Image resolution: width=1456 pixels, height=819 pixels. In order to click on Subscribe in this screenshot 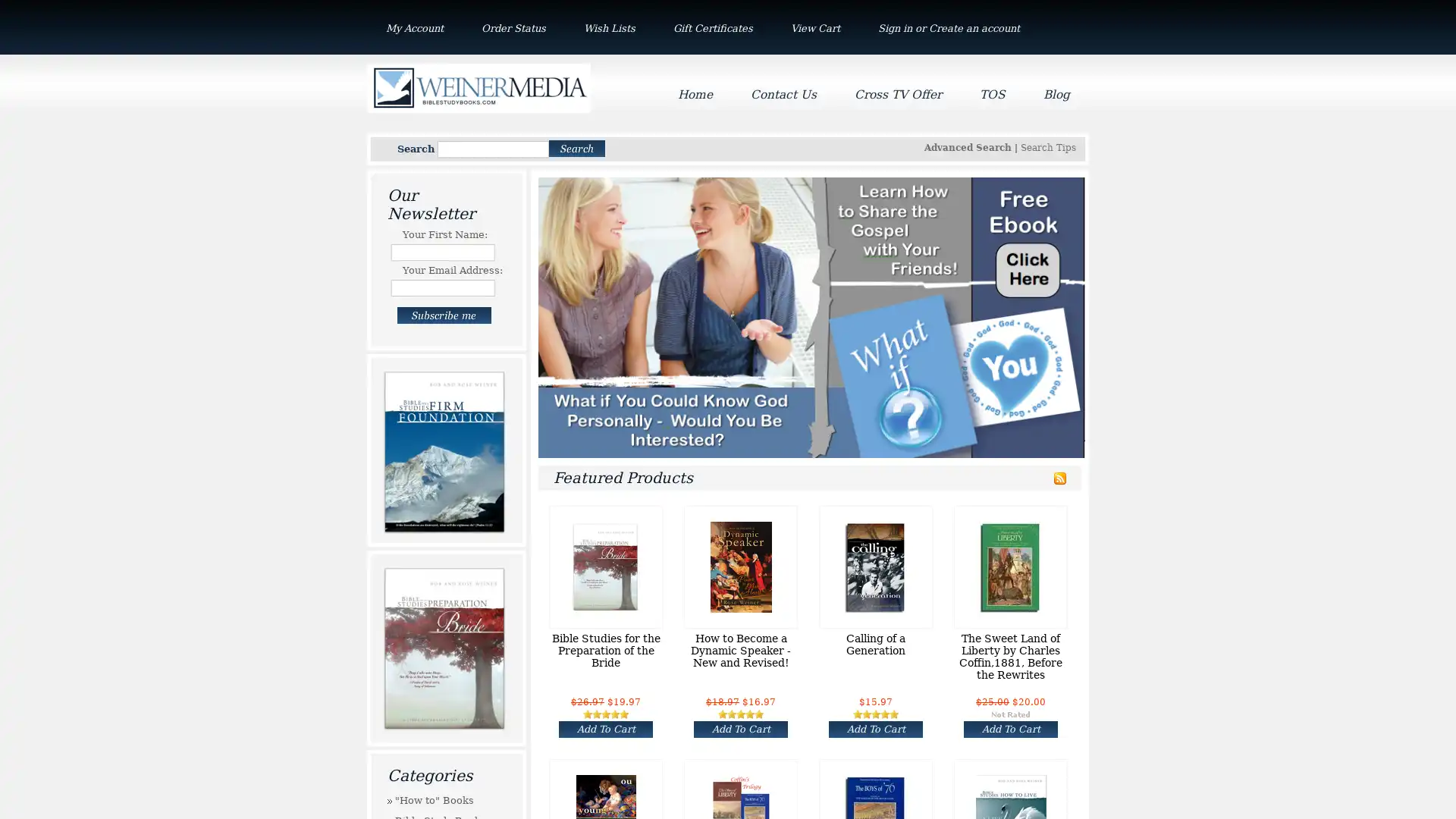, I will do `click(443, 315)`.